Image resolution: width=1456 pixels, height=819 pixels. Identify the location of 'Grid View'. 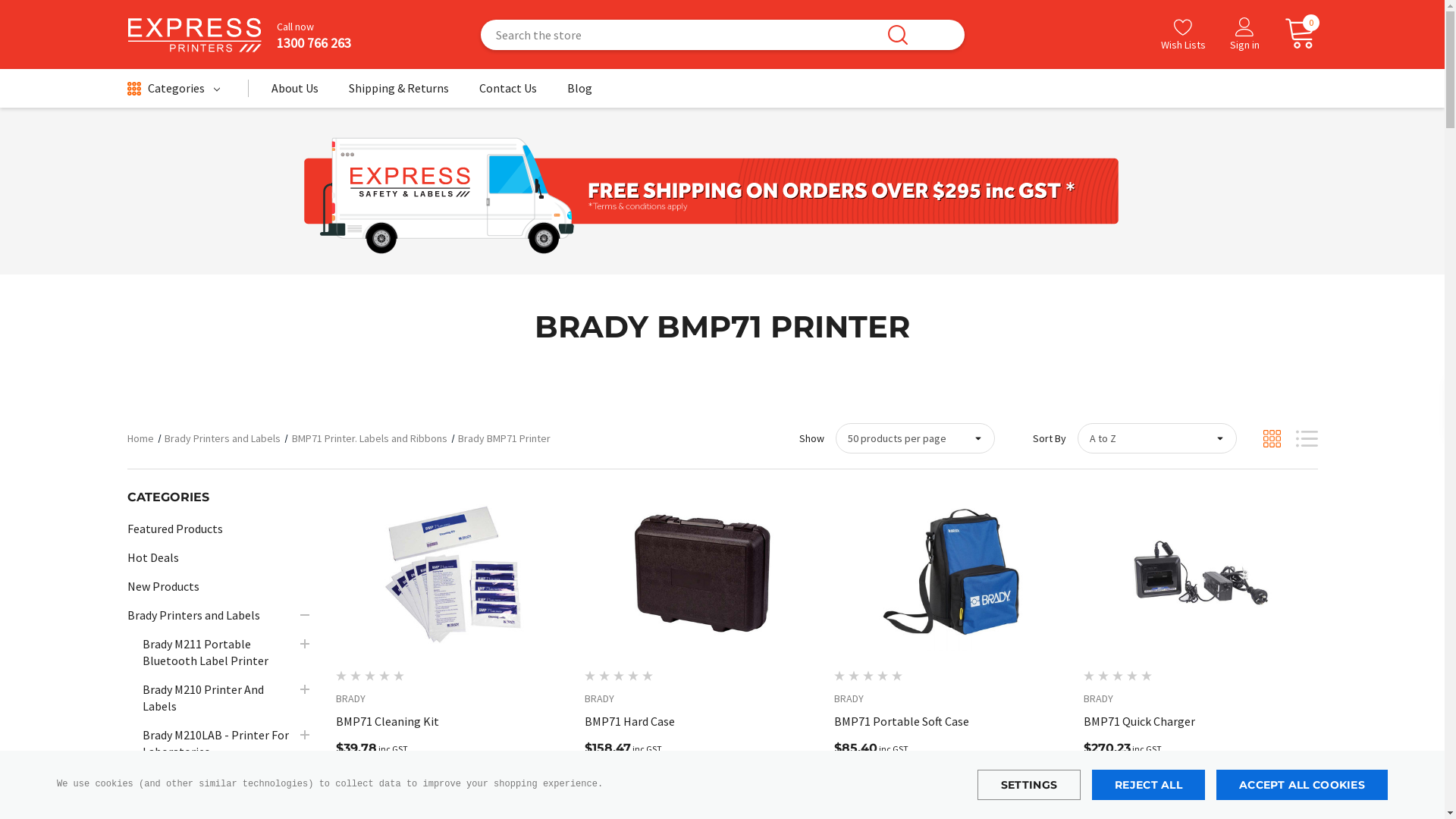
(1263, 438).